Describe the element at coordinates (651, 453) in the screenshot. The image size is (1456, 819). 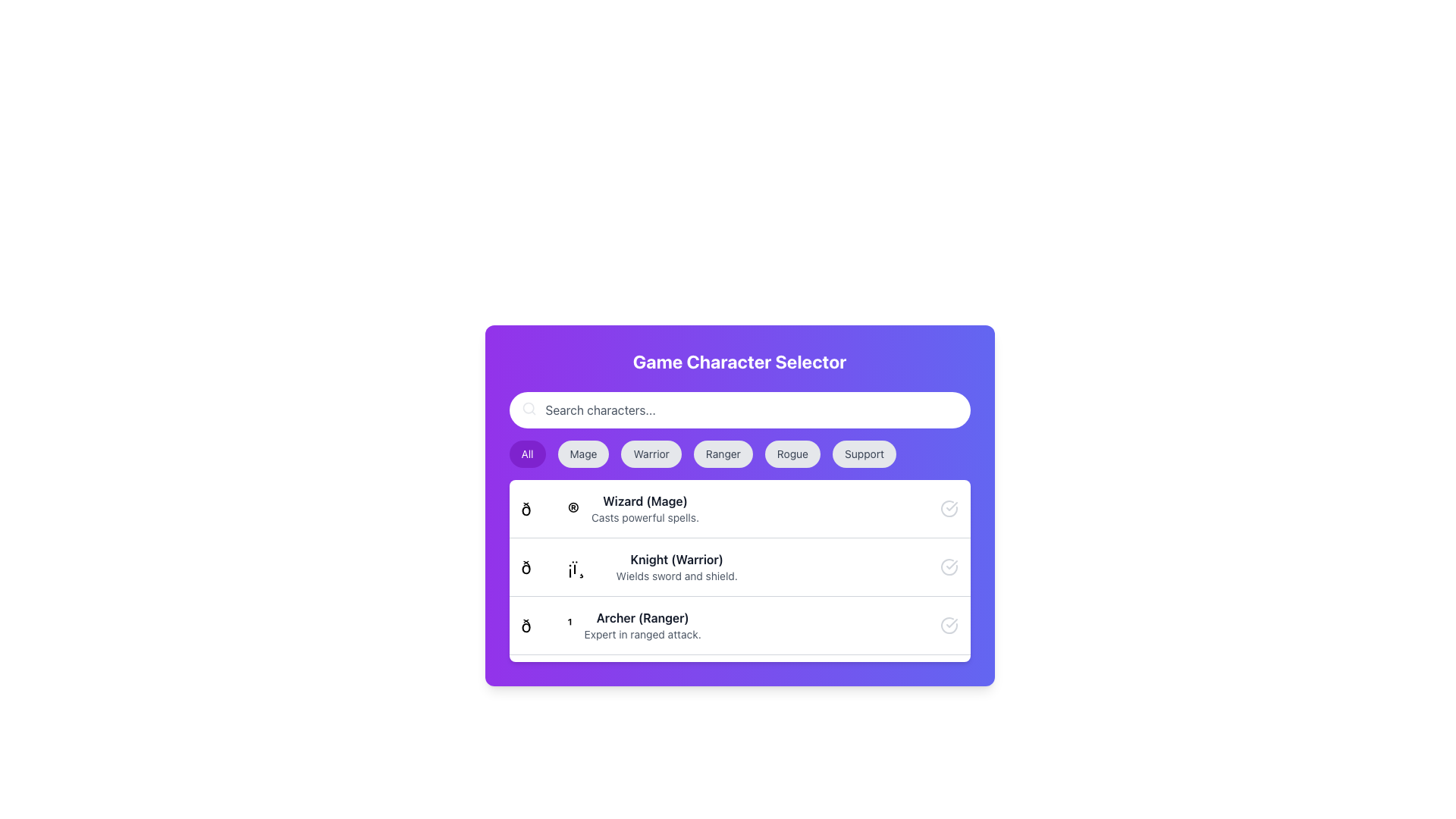
I see `the 'Warrior' filter button, which is the third button in a series of six located below the search bar, to filter the character list accordingly` at that location.